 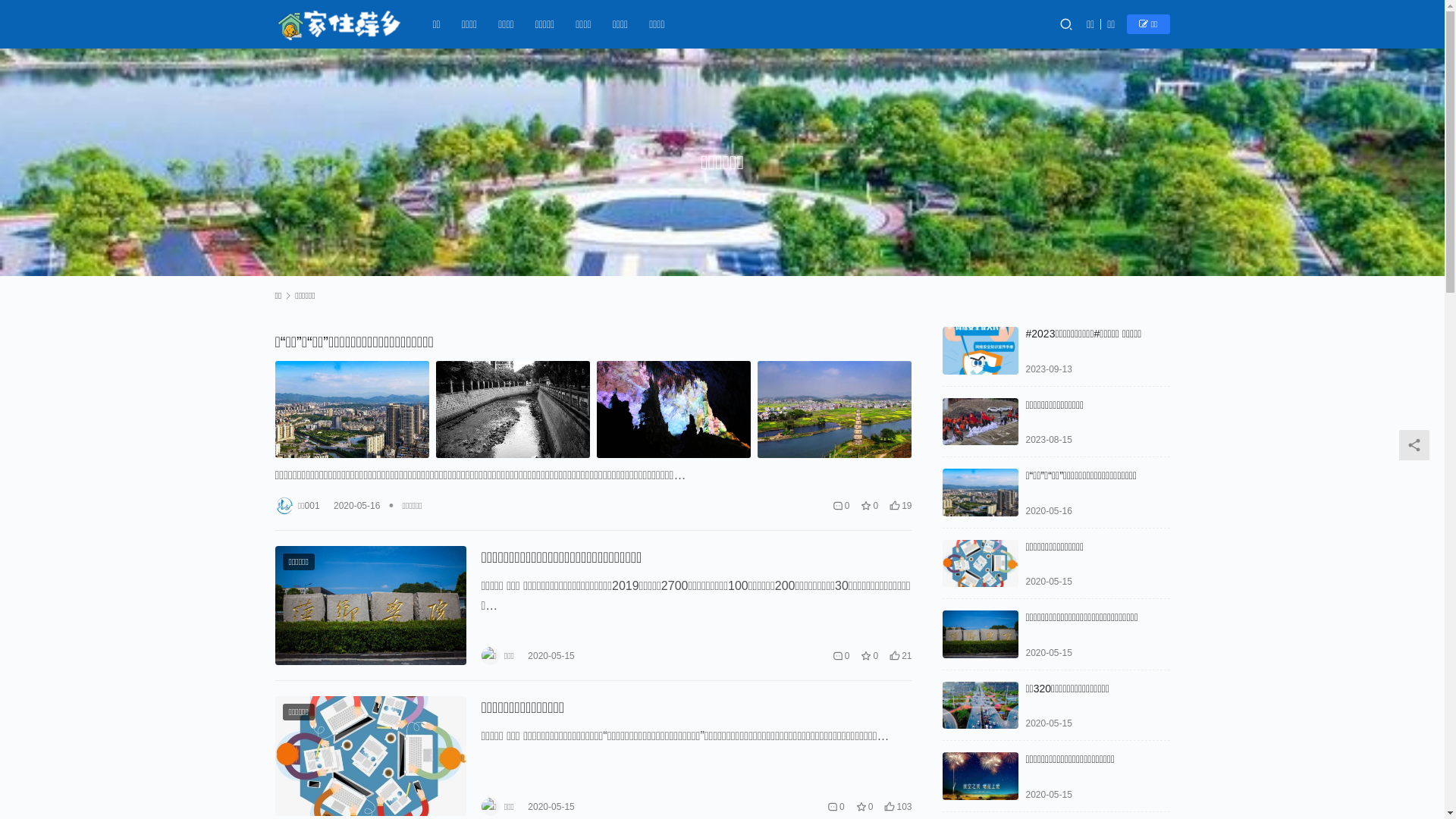 What do you see at coordinates (835, 806) in the screenshot?
I see `'0'` at bounding box center [835, 806].